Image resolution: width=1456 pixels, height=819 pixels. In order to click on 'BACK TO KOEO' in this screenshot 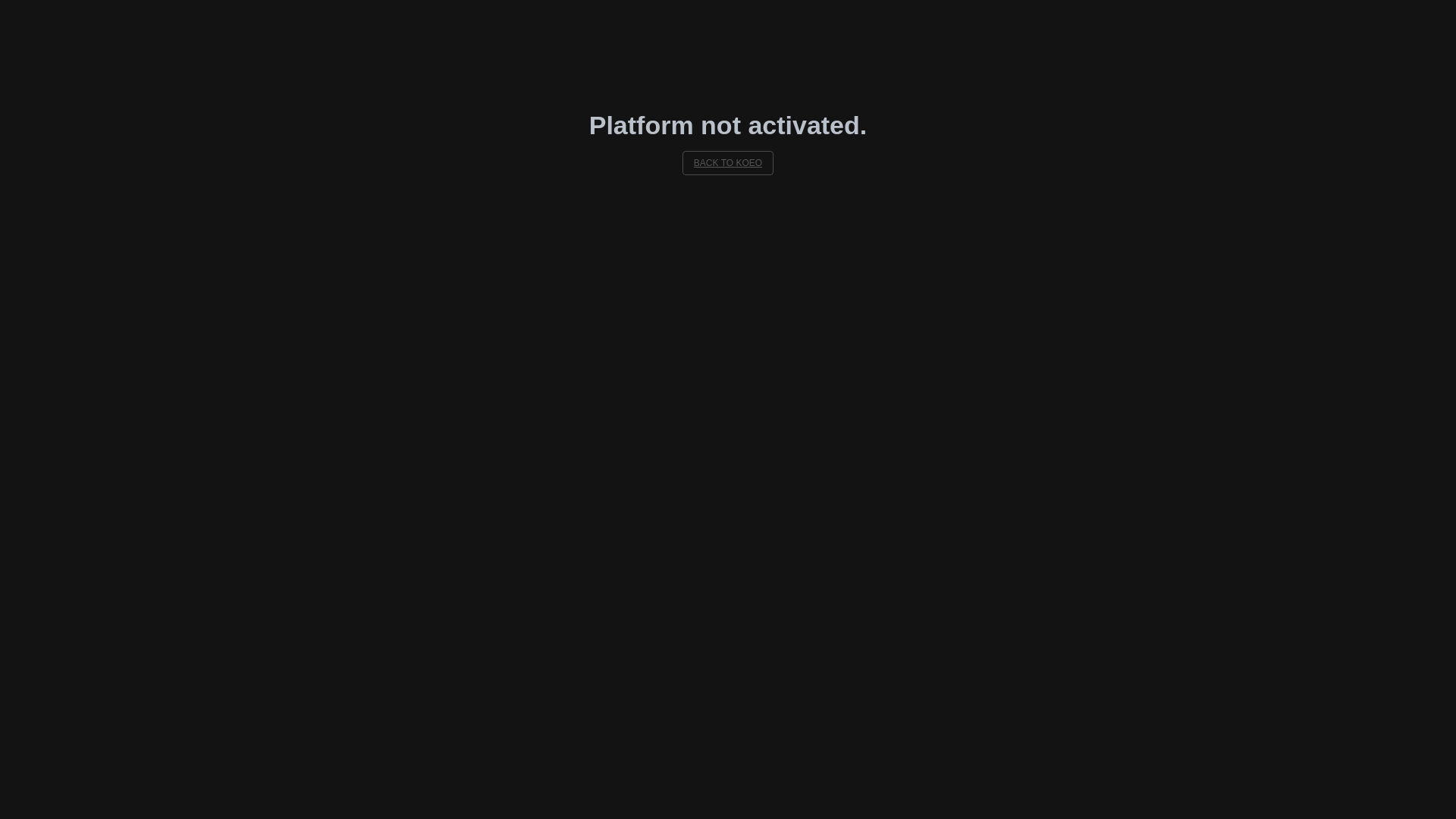, I will do `click(728, 163)`.